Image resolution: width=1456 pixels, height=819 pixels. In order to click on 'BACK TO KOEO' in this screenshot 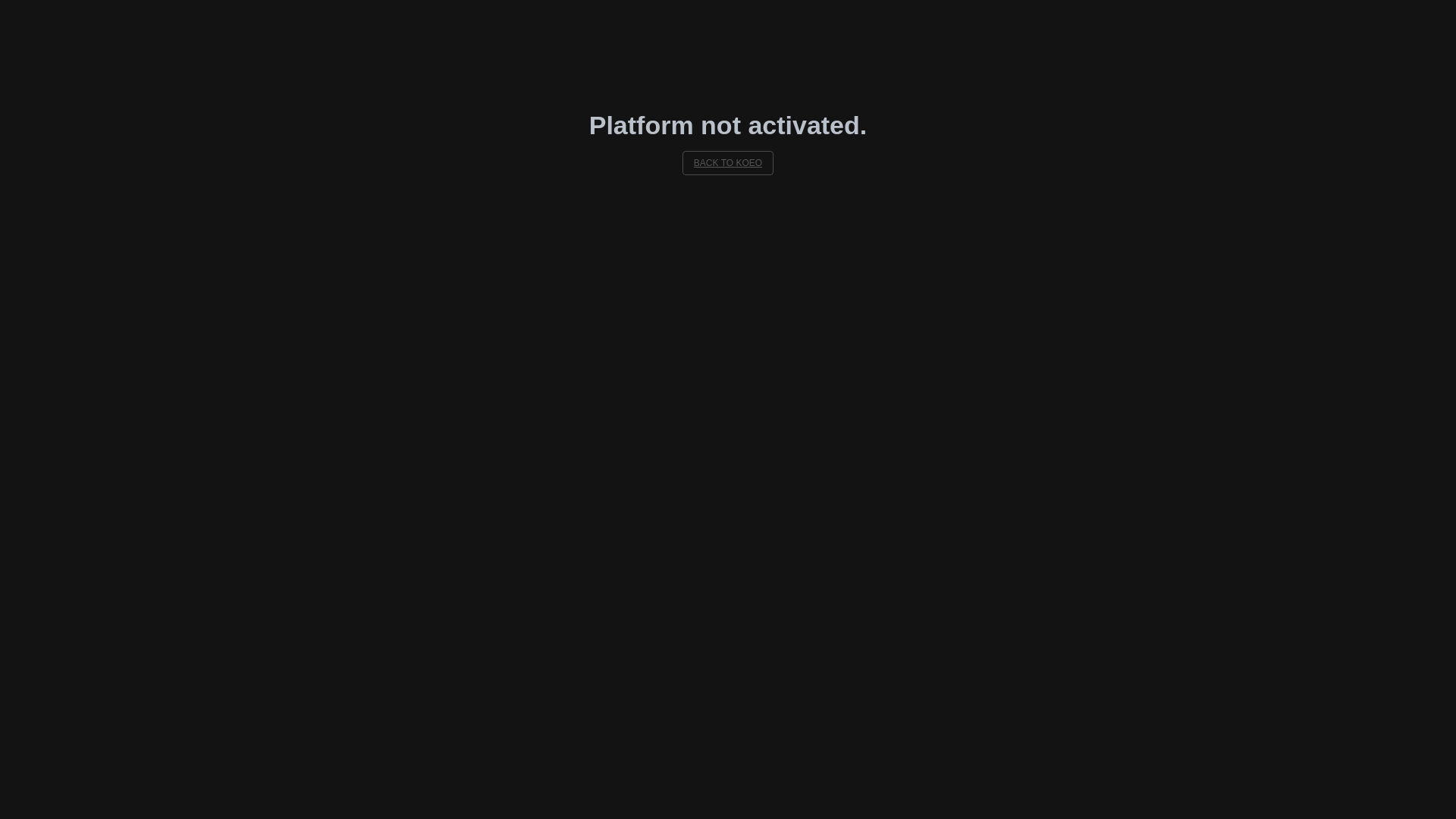, I will do `click(728, 163)`.